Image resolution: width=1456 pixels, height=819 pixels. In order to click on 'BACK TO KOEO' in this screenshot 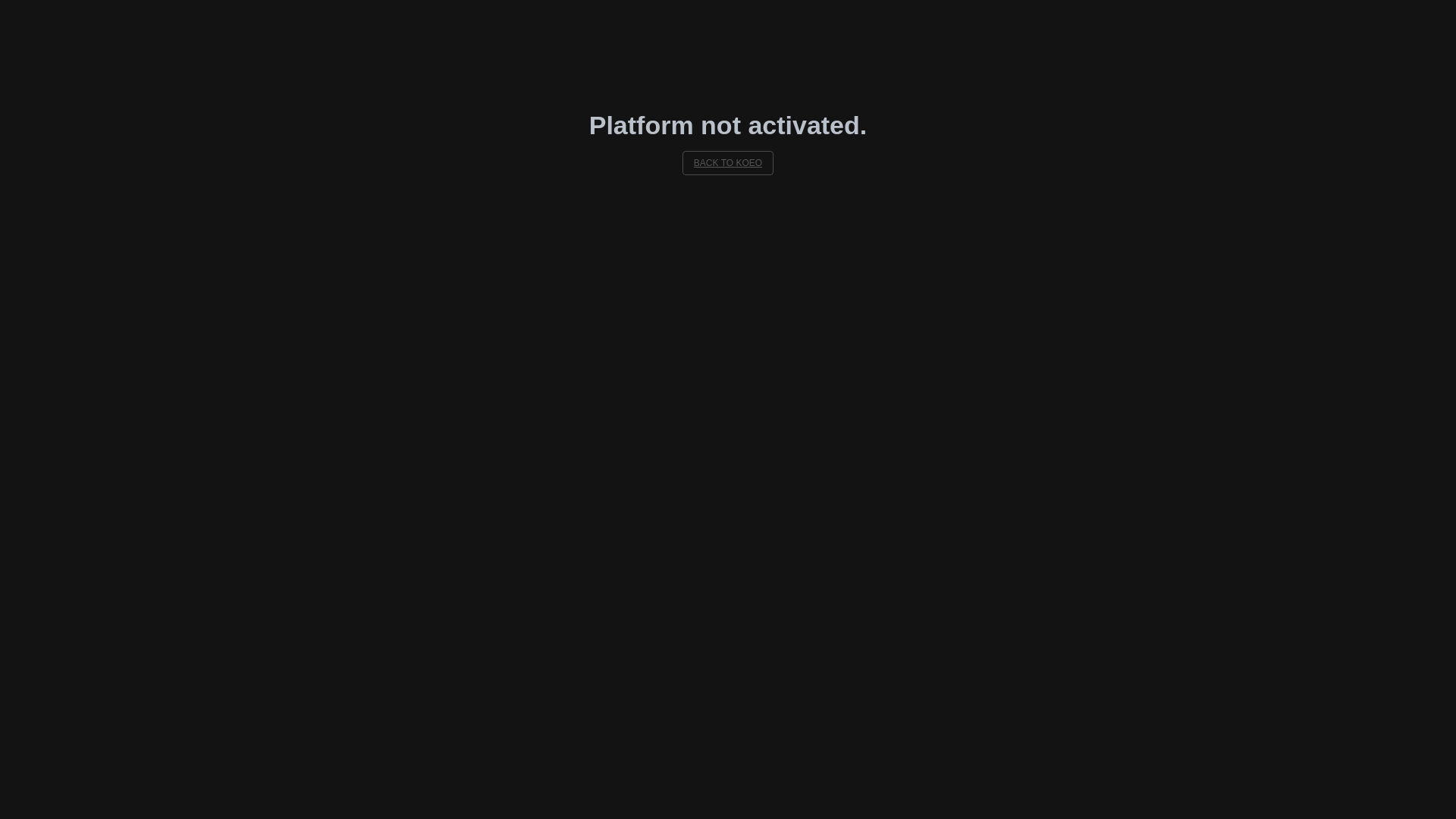, I will do `click(728, 163)`.